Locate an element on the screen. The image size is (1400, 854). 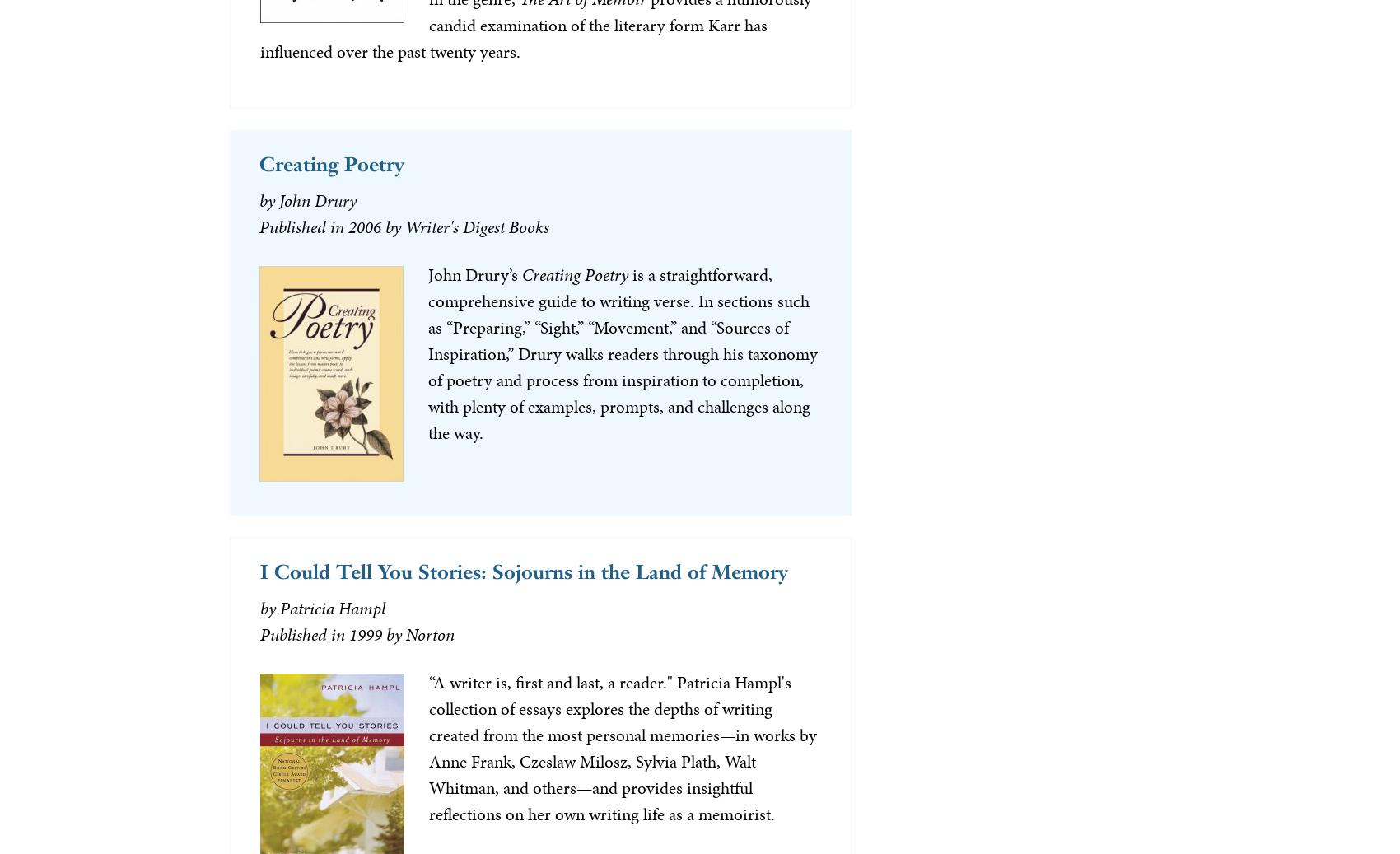
'John Drury' is located at coordinates (277, 198).